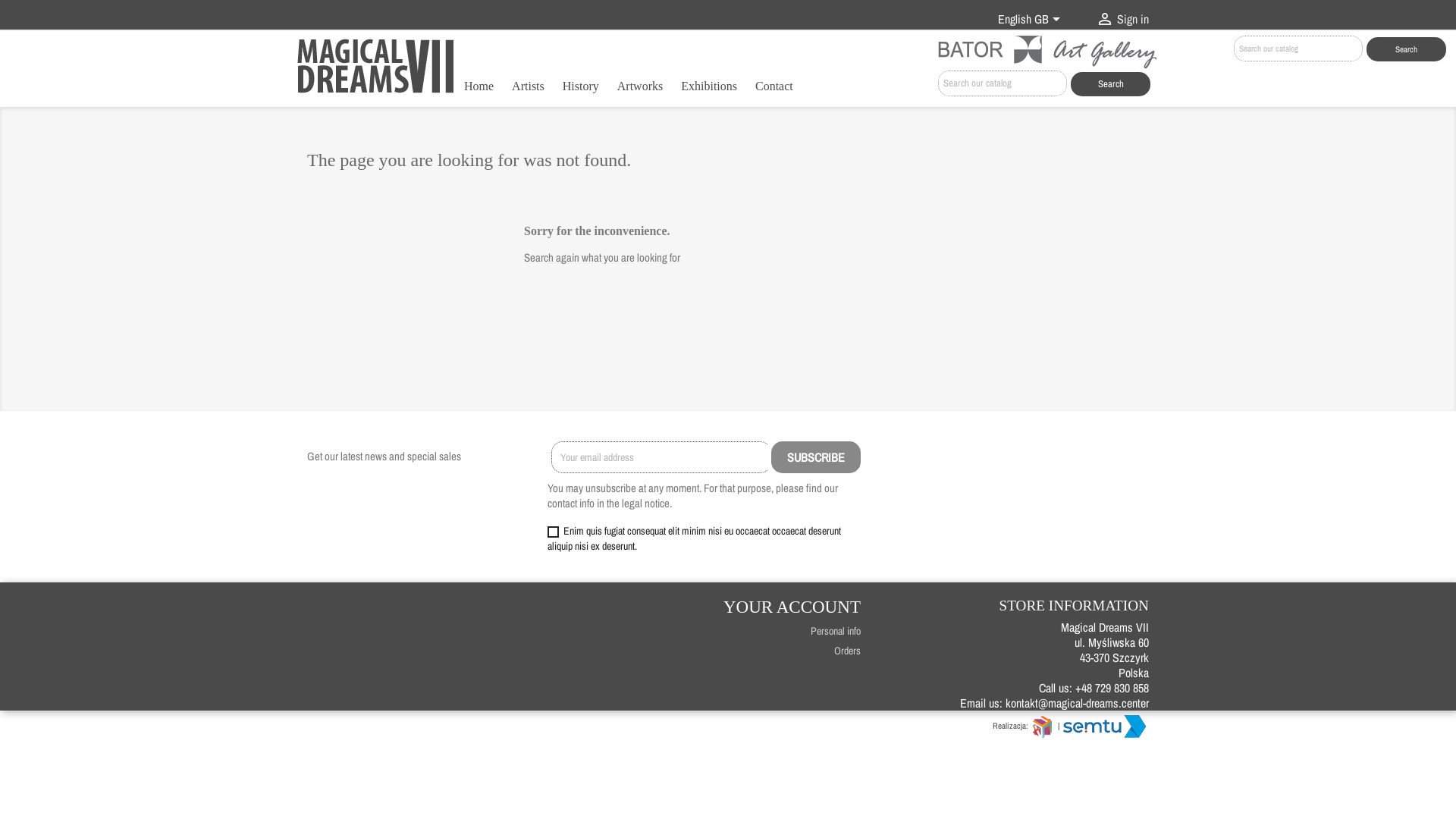 The image size is (1456, 819). What do you see at coordinates (835, 631) in the screenshot?
I see `'Personal info'` at bounding box center [835, 631].